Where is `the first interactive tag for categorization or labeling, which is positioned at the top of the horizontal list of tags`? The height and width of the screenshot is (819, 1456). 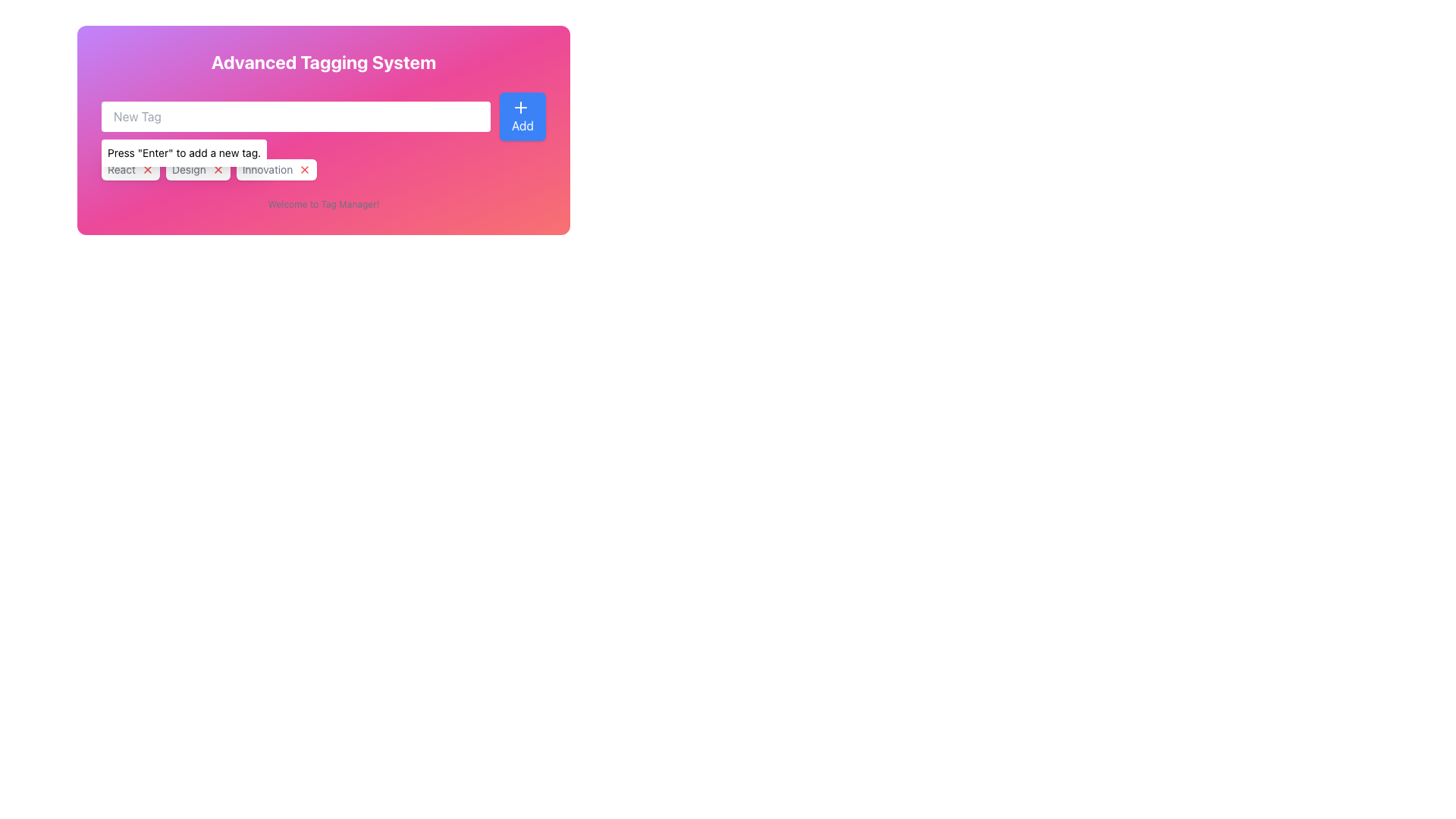
the first interactive tag for categorization or labeling, which is positioned at the top of the horizontal list of tags is located at coordinates (130, 169).